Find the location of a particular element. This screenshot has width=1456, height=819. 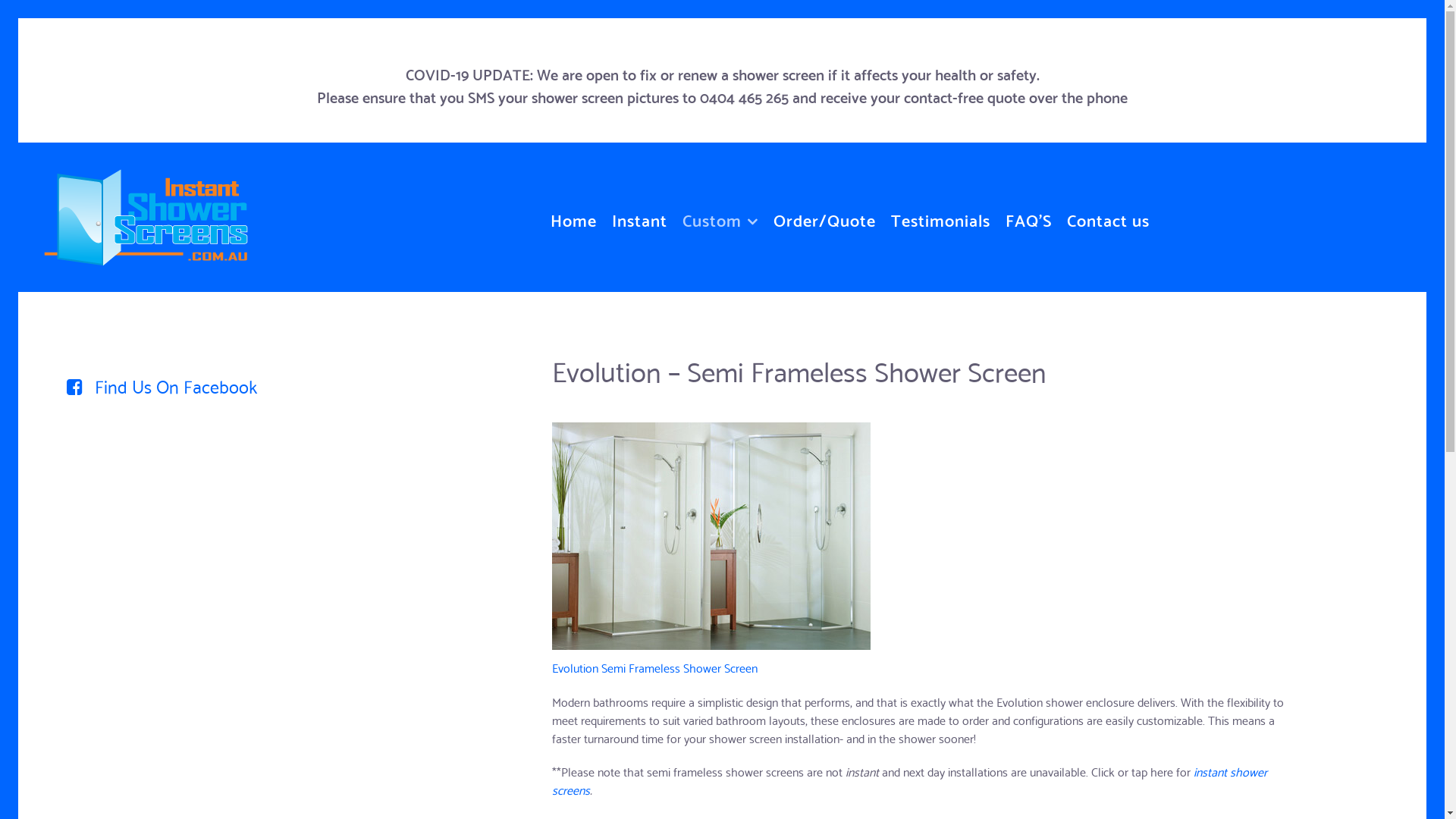

'Home' is located at coordinates (573, 216).